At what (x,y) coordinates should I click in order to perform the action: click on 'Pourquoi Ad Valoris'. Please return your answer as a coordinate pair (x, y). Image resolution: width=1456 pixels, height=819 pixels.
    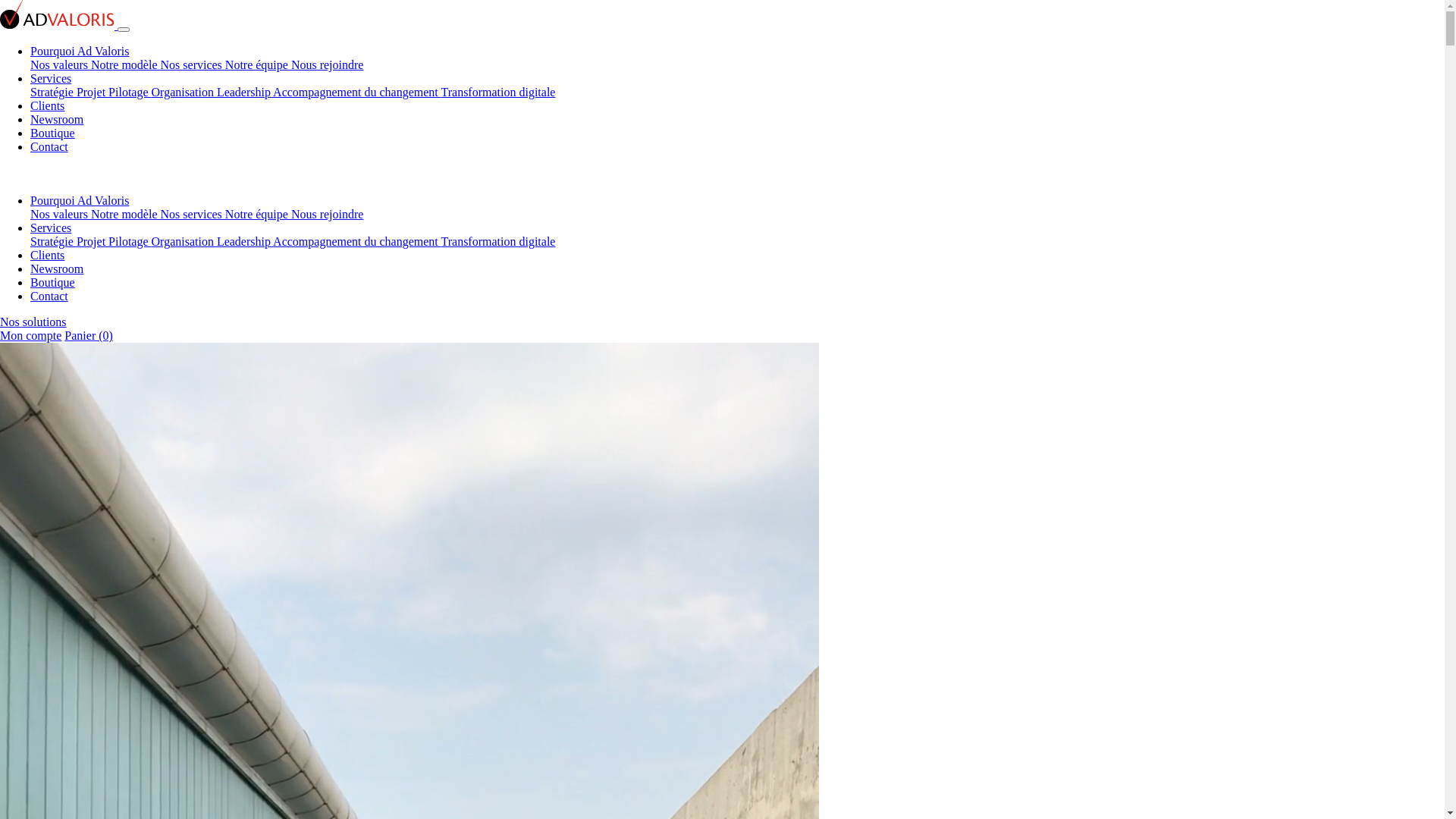
    Looking at the image, I should click on (30, 199).